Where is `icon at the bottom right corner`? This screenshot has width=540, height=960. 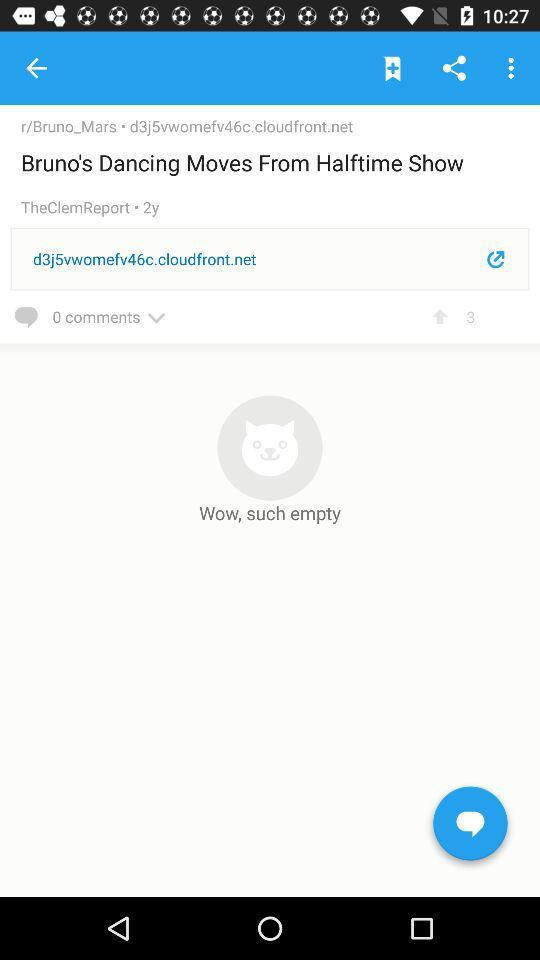
icon at the bottom right corner is located at coordinates (470, 827).